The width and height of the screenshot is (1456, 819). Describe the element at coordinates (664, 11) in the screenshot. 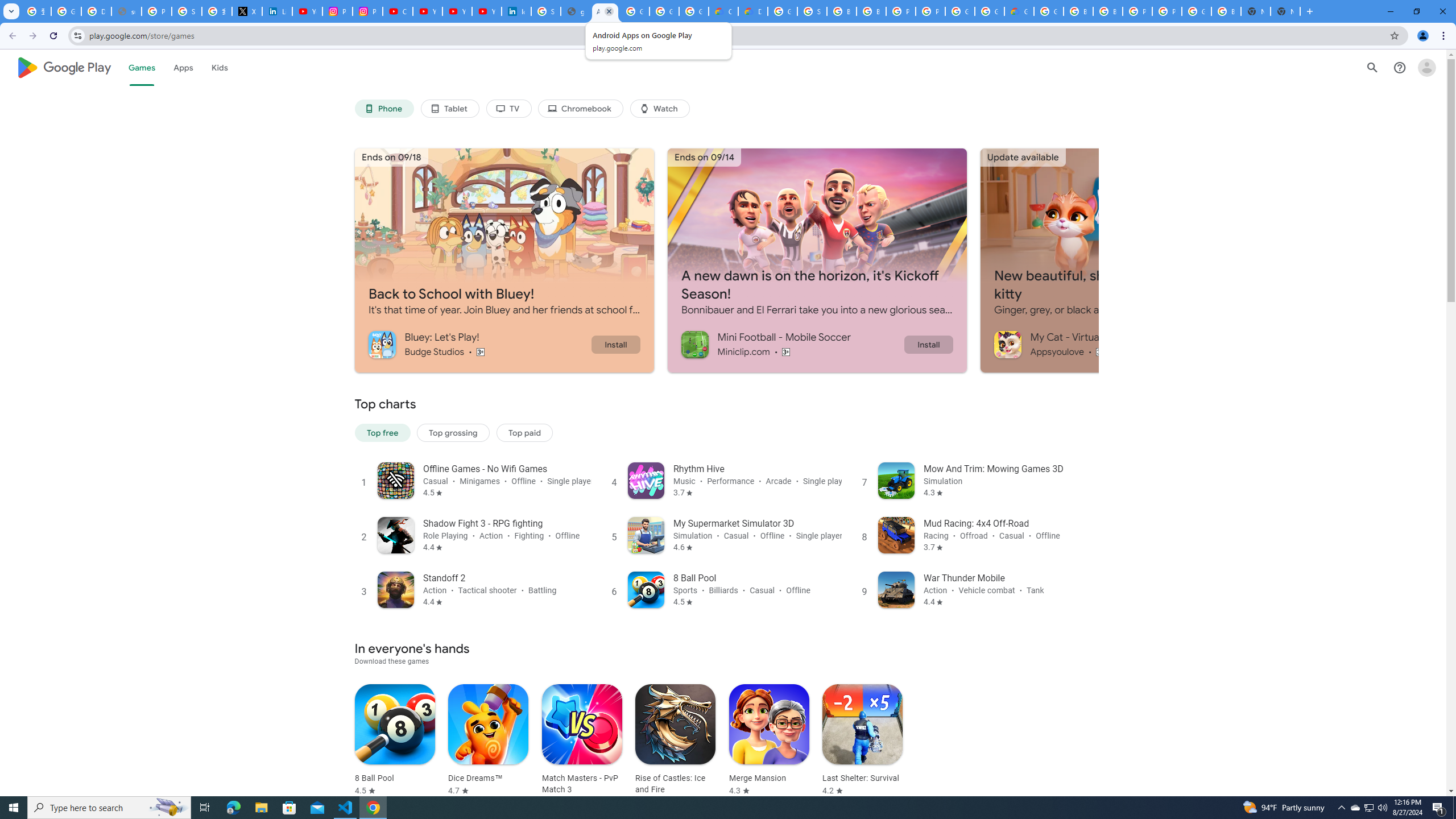

I see `'Google Workspace - Specific Terms'` at that location.